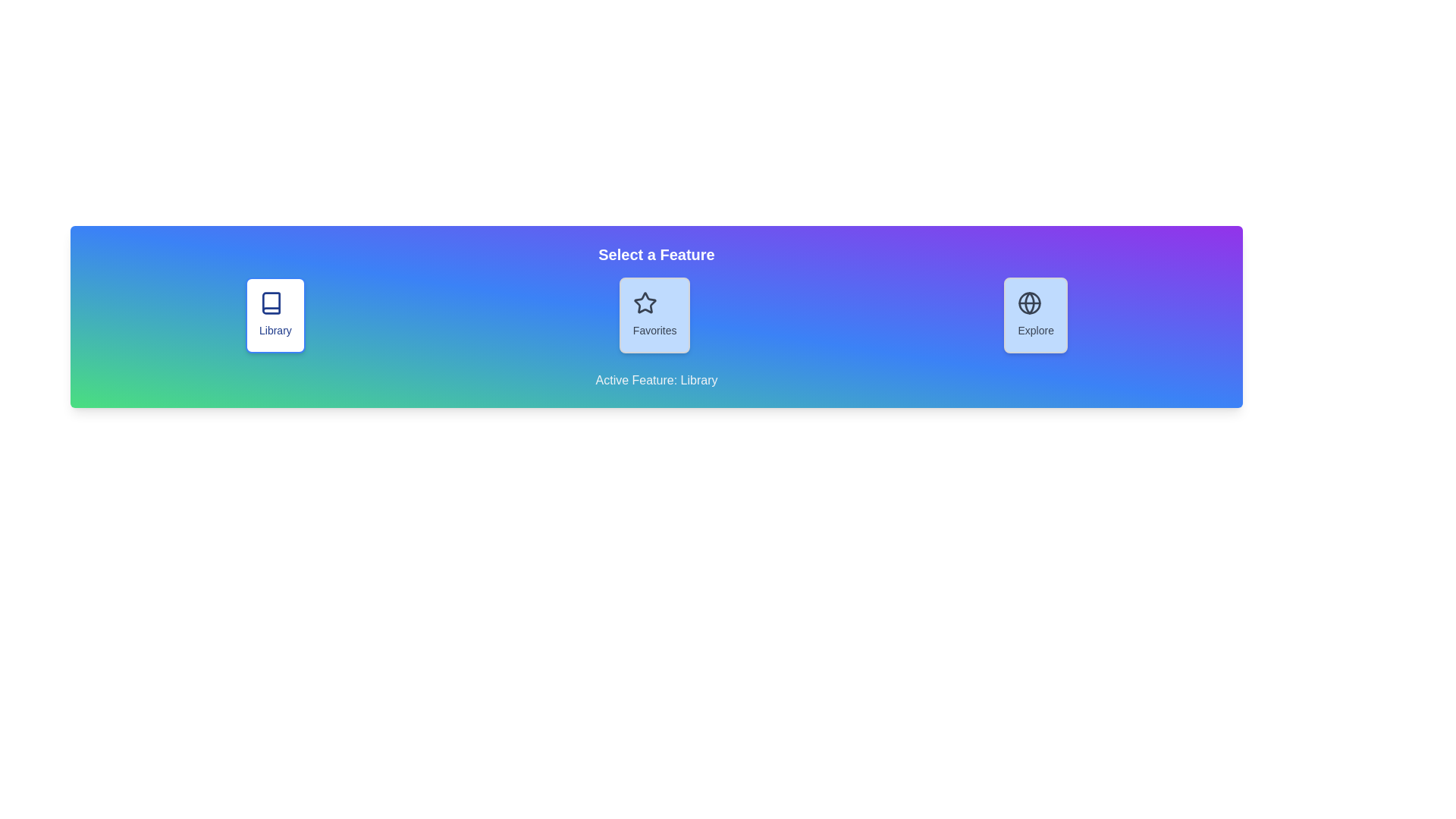 The image size is (1456, 819). I want to click on the Favorites button to select it, so click(654, 315).